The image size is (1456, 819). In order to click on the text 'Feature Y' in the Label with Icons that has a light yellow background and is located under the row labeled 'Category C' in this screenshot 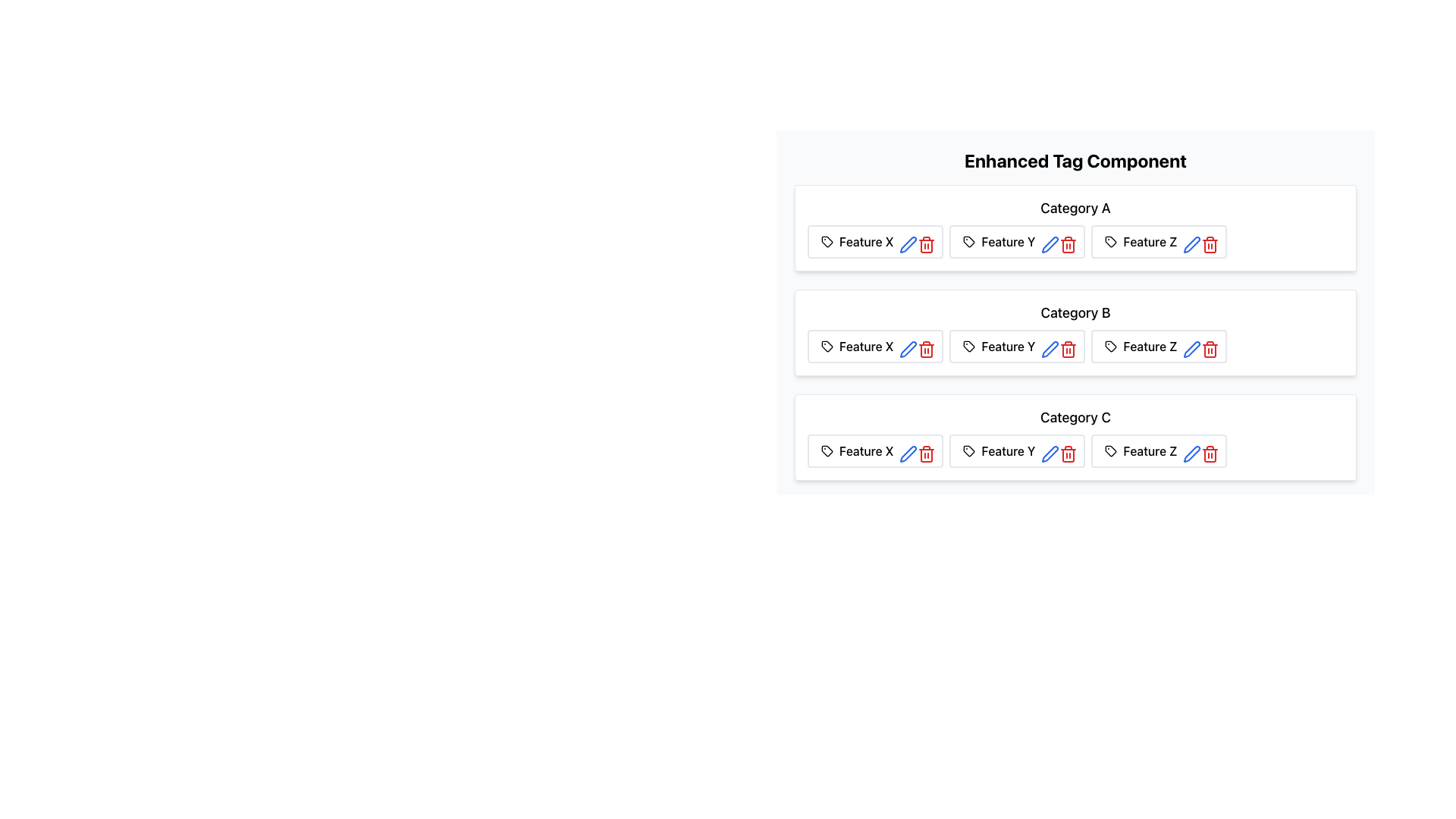, I will do `click(1017, 450)`.